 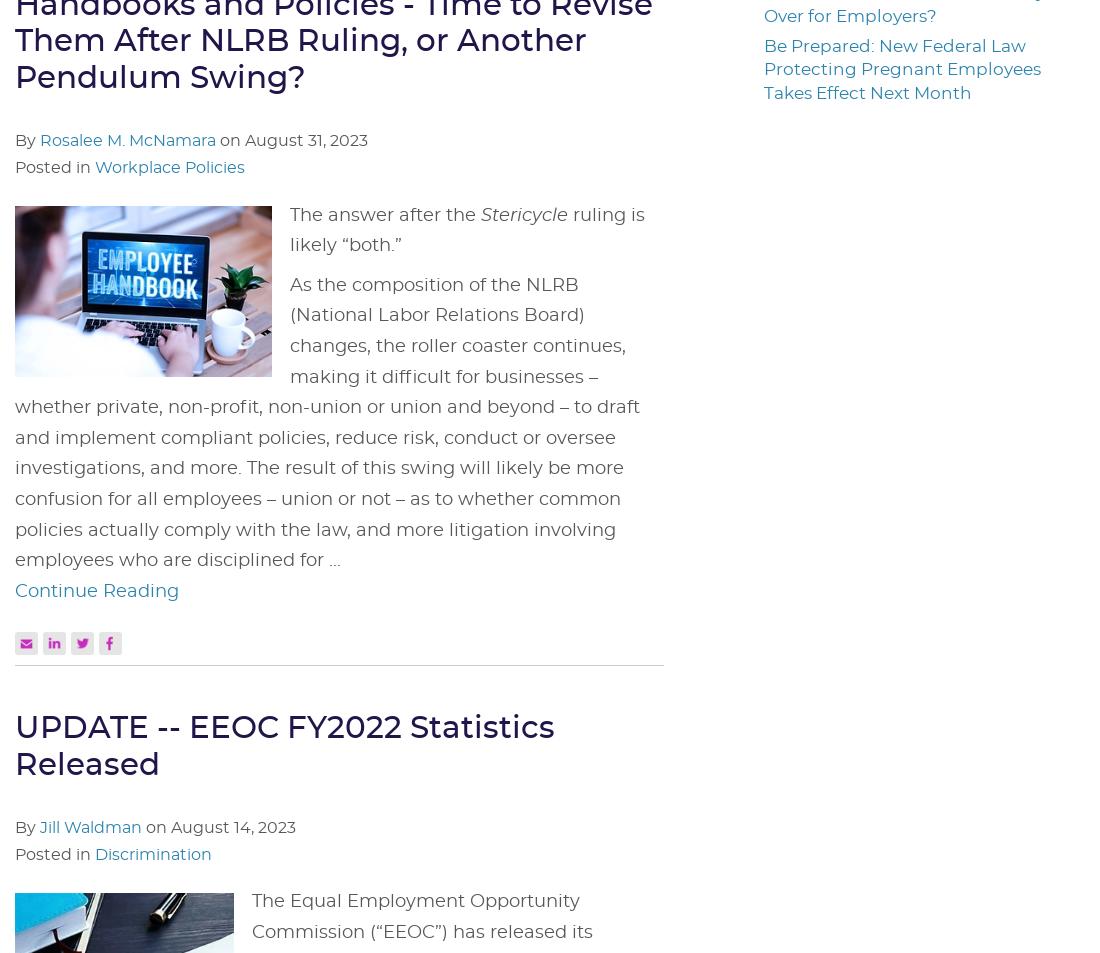 I want to click on 'August 14, 2023', so click(x=233, y=827).